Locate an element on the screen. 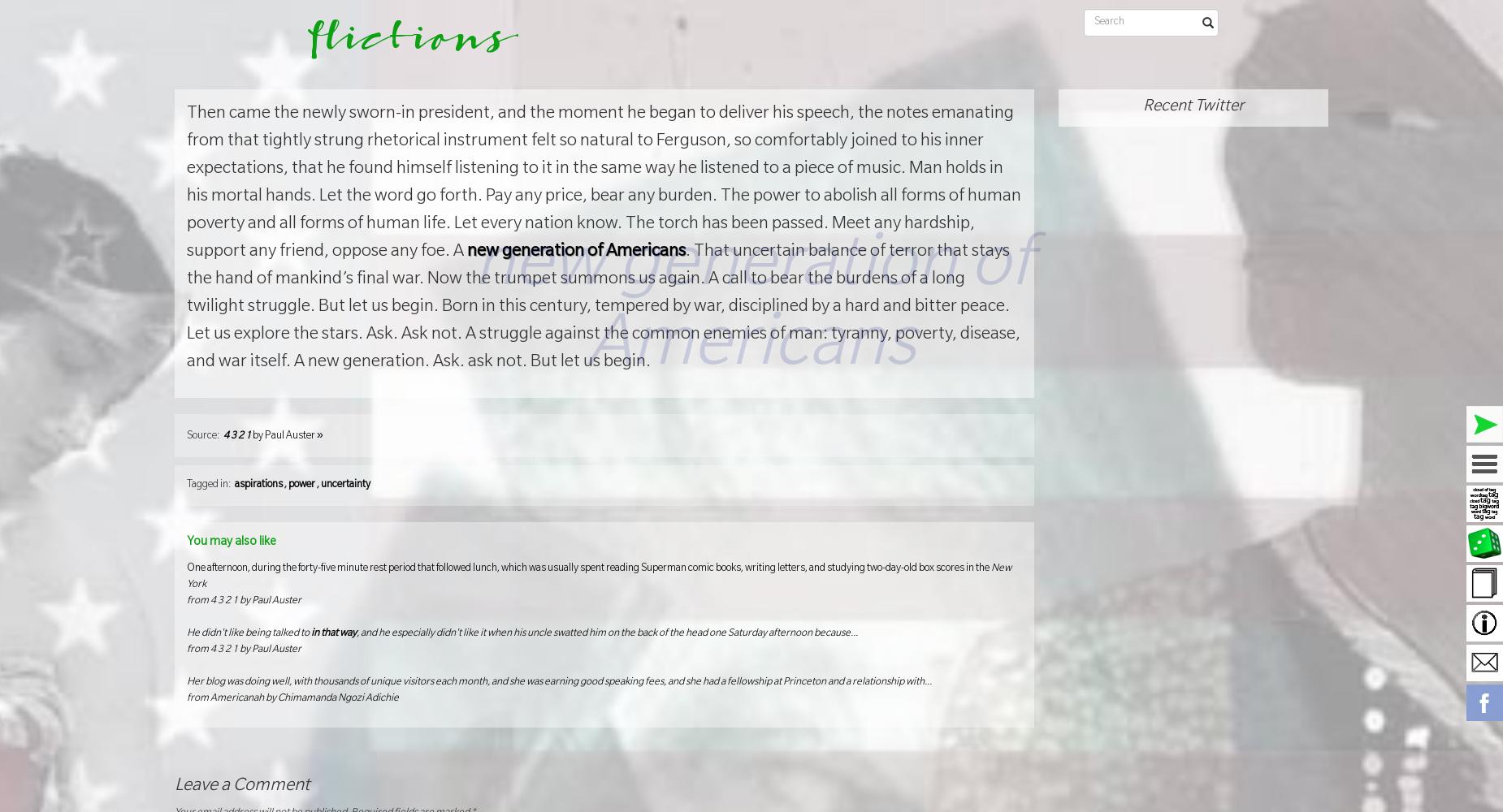 The width and height of the screenshot is (1503, 812). 'Americanah' is located at coordinates (236, 698).